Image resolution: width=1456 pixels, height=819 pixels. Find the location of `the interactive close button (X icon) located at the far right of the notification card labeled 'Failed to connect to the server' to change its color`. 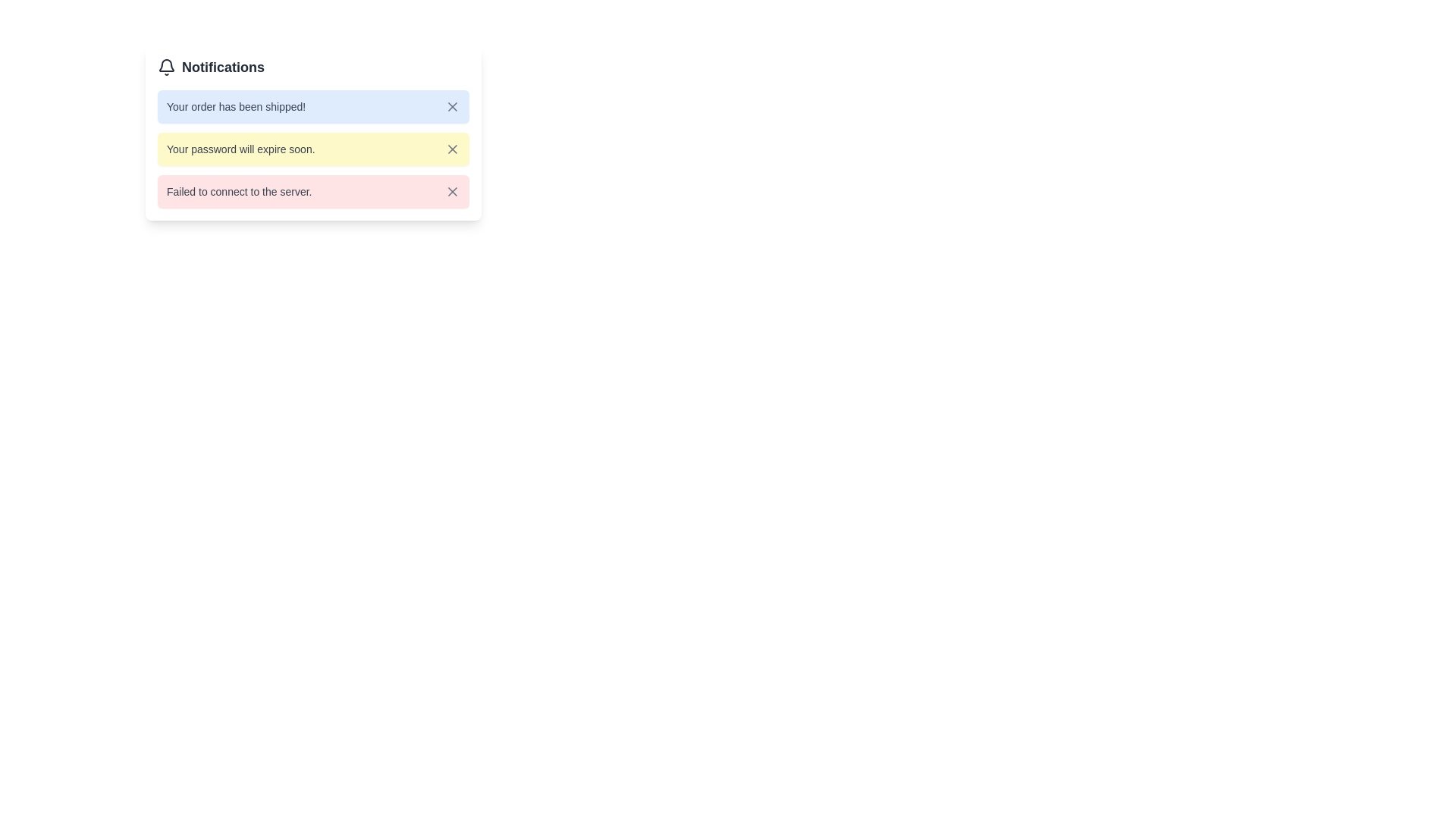

the interactive close button (X icon) located at the far right of the notification card labeled 'Failed to connect to the server' to change its color is located at coordinates (451, 191).